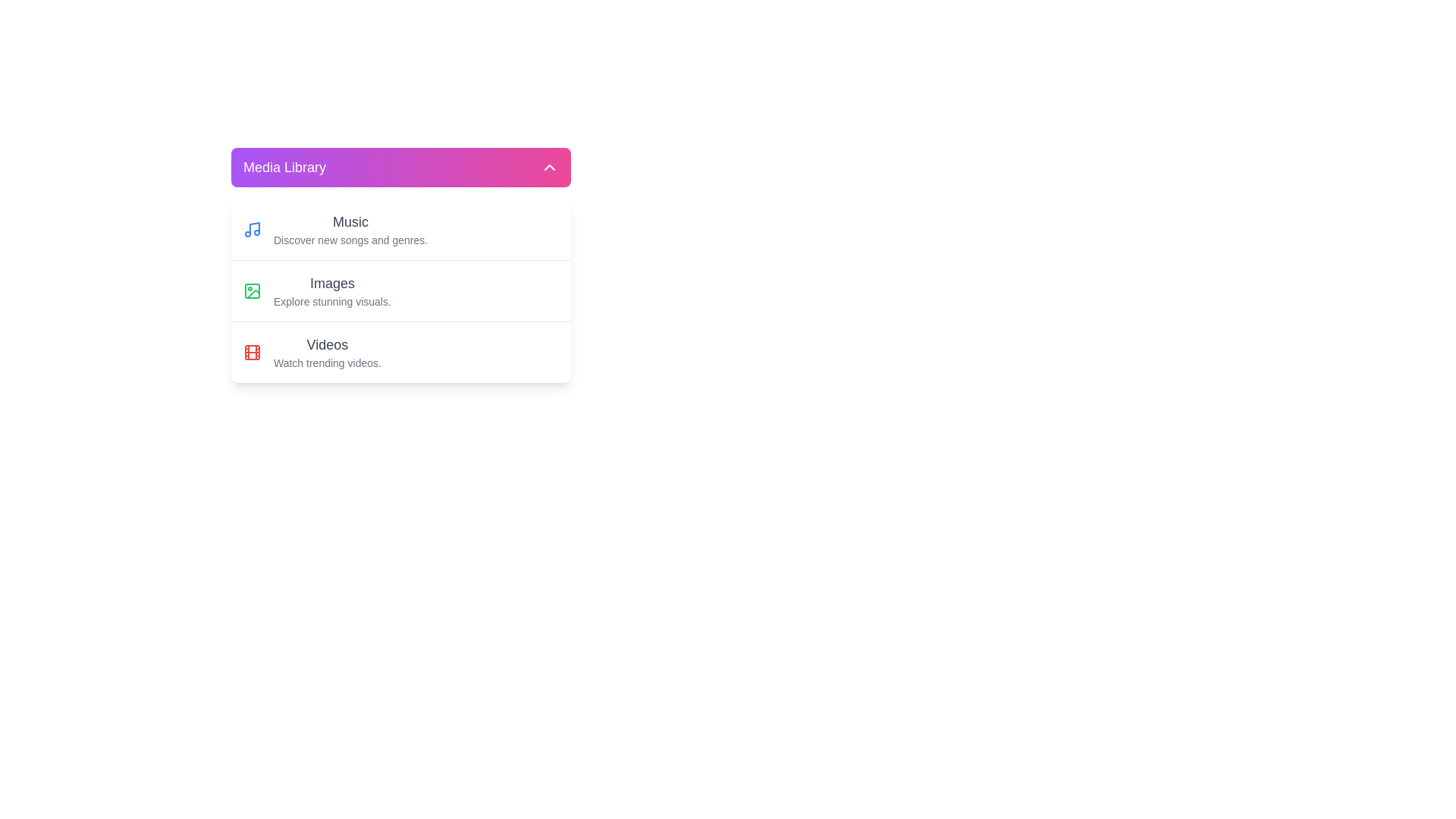 The width and height of the screenshot is (1456, 819). What do you see at coordinates (331, 284) in the screenshot?
I see `the static text label displaying 'Images' in the media library interface, which is styled with a large bold font and medium gray color` at bounding box center [331, 284].